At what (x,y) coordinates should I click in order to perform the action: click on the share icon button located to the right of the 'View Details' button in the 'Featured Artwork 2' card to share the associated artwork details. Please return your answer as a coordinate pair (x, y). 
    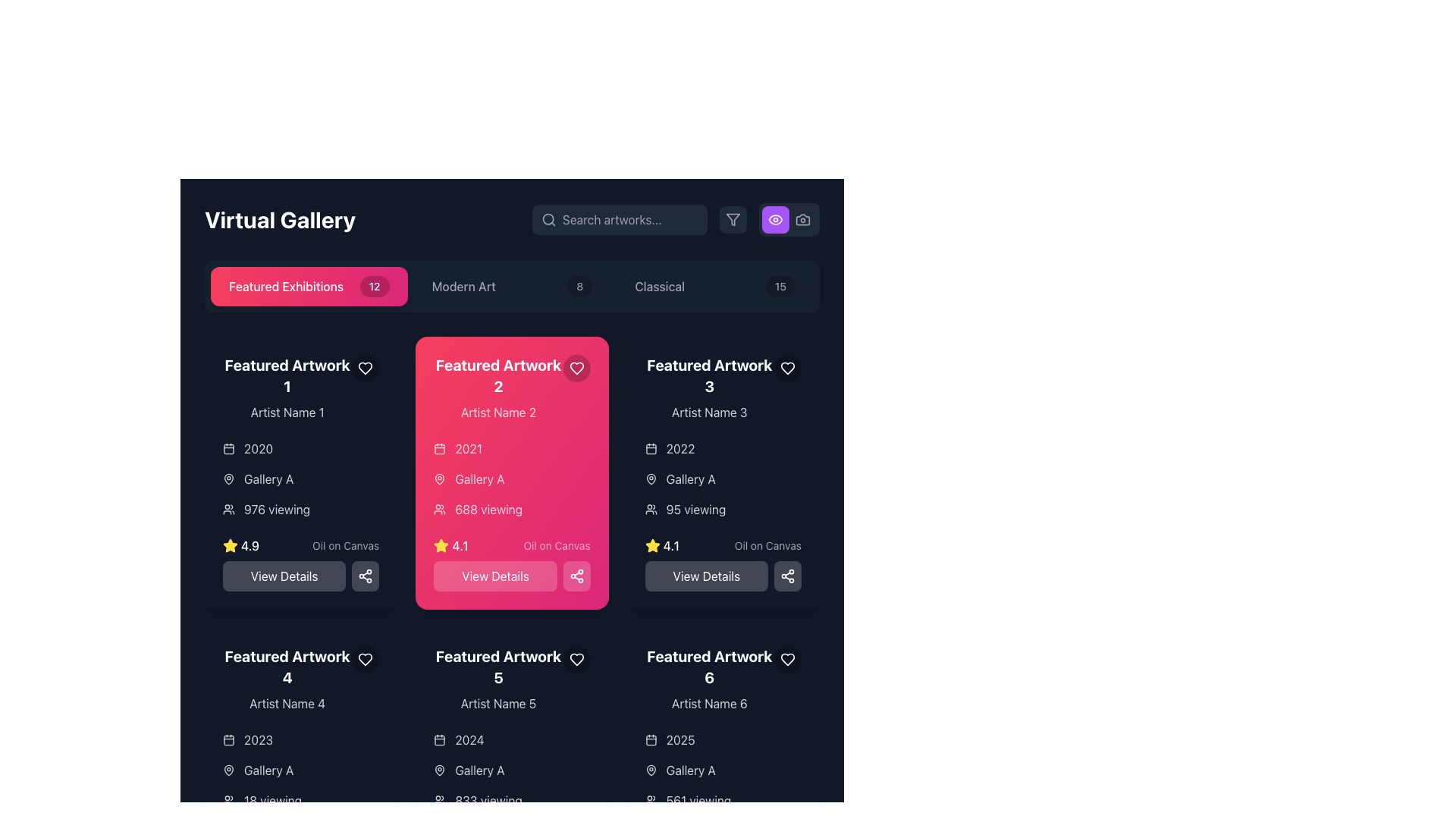
    Looking at the image, I should click on (366, 576).